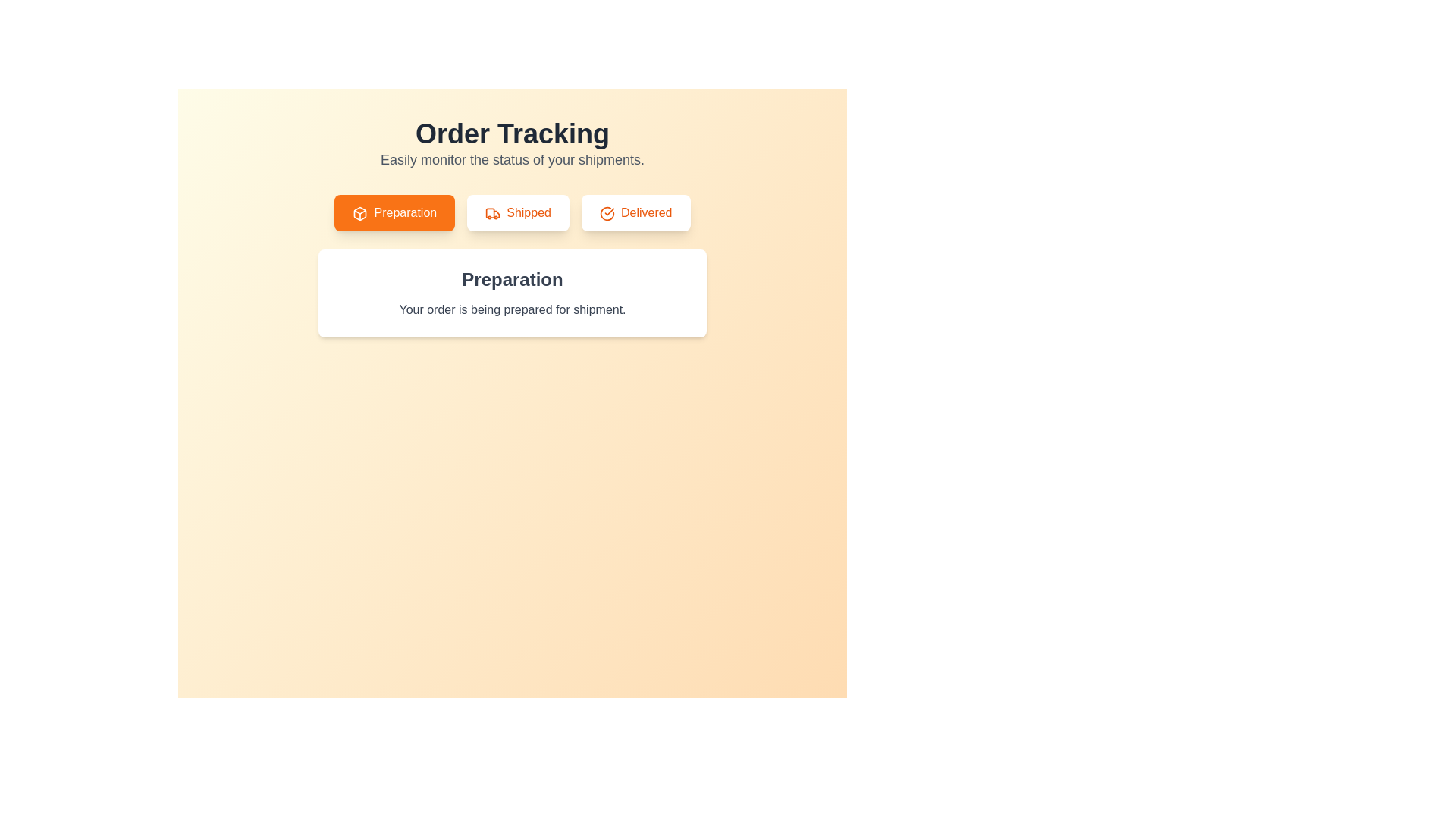  Describe the element at coordinates (394, 213) in the screenshot. I see `the tab labeled Preparation` at that location.